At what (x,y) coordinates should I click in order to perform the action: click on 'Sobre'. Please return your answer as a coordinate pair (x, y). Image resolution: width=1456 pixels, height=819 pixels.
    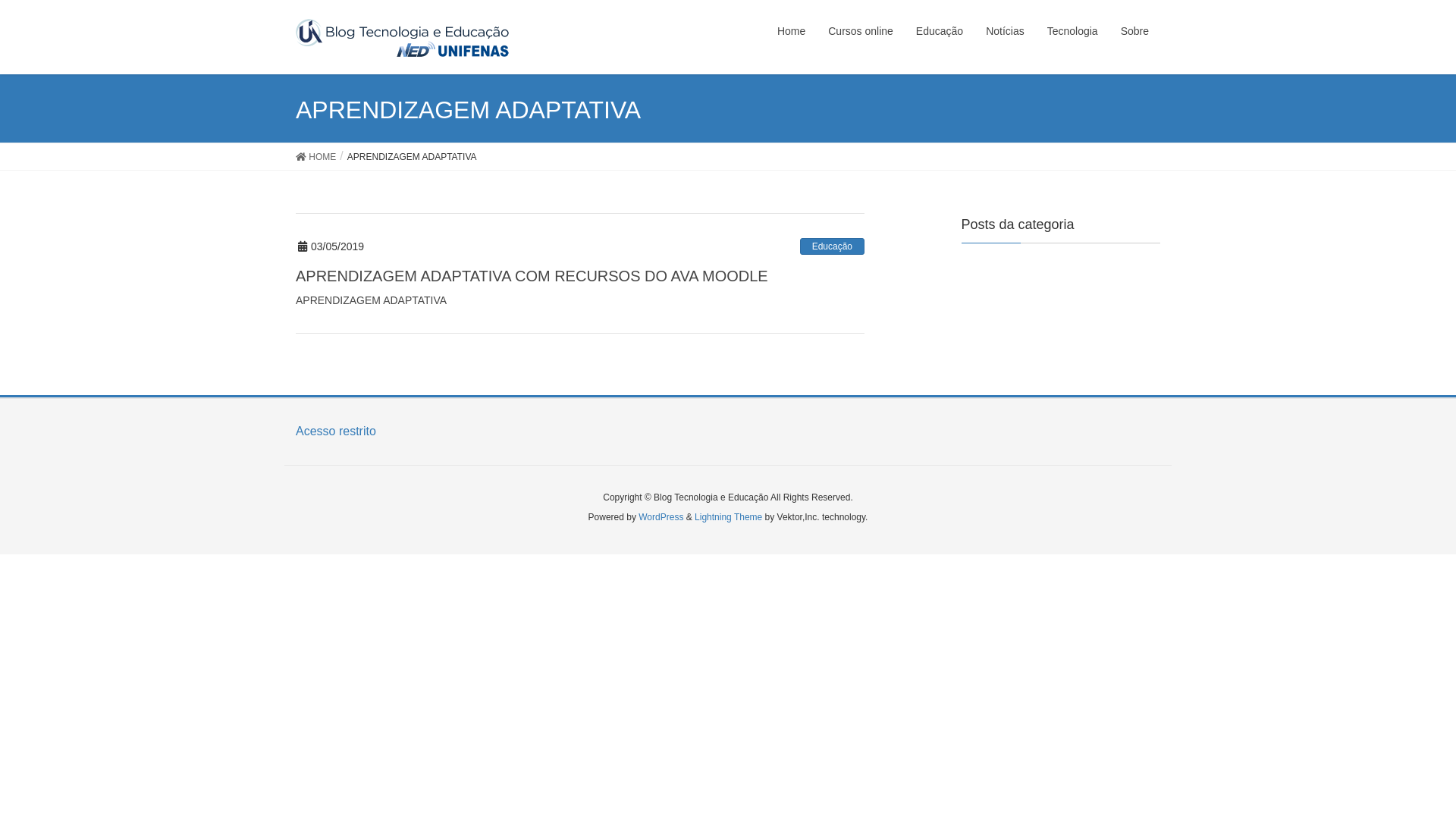
    Looking at the image, I should click on (1109, 31).